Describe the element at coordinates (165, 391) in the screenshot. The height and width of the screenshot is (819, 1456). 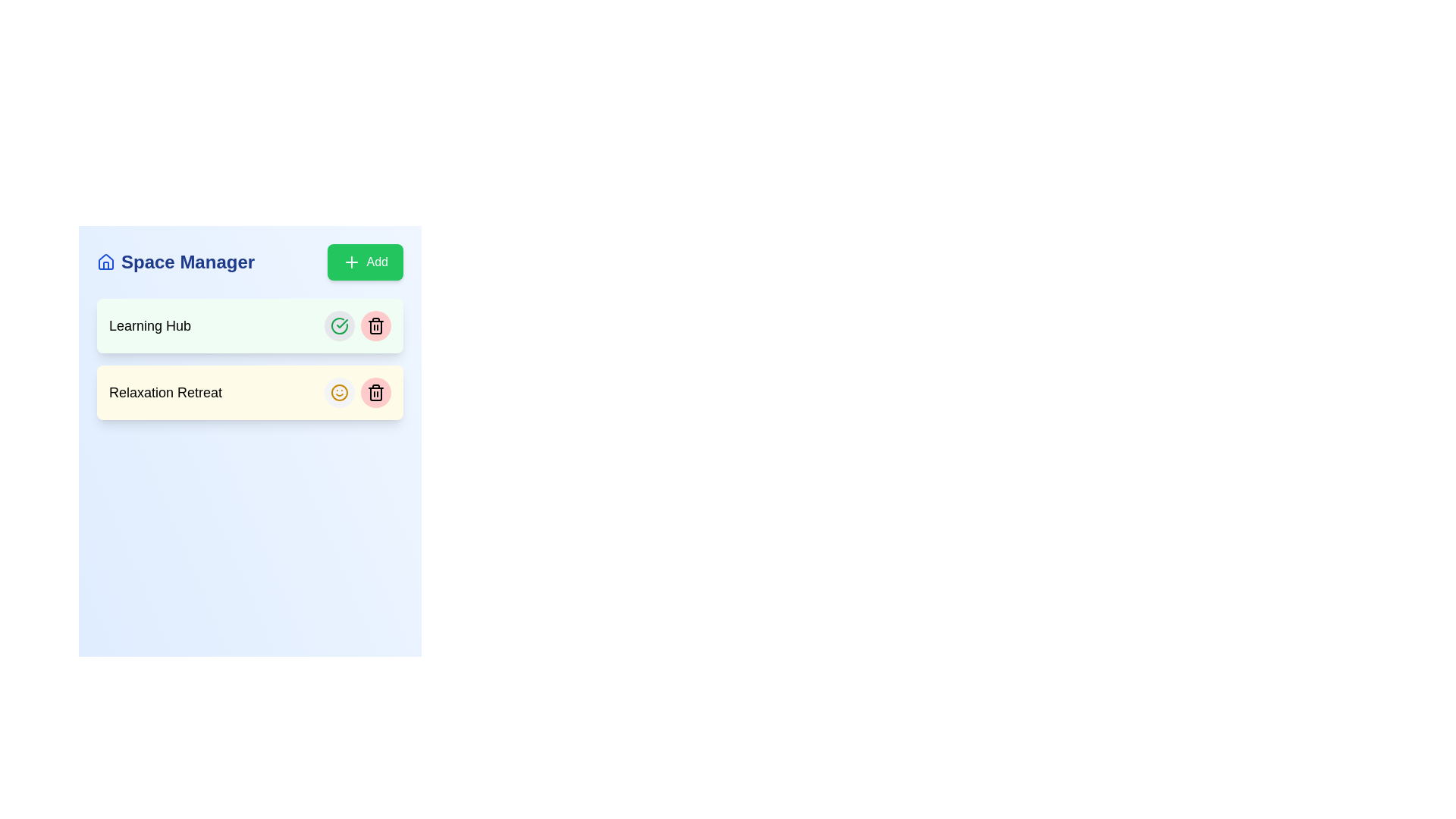
I see `the text label displaying 'Relaxation Retreat', which is located within a rounded rectangle box in a vertically arranged list of items` at that location.